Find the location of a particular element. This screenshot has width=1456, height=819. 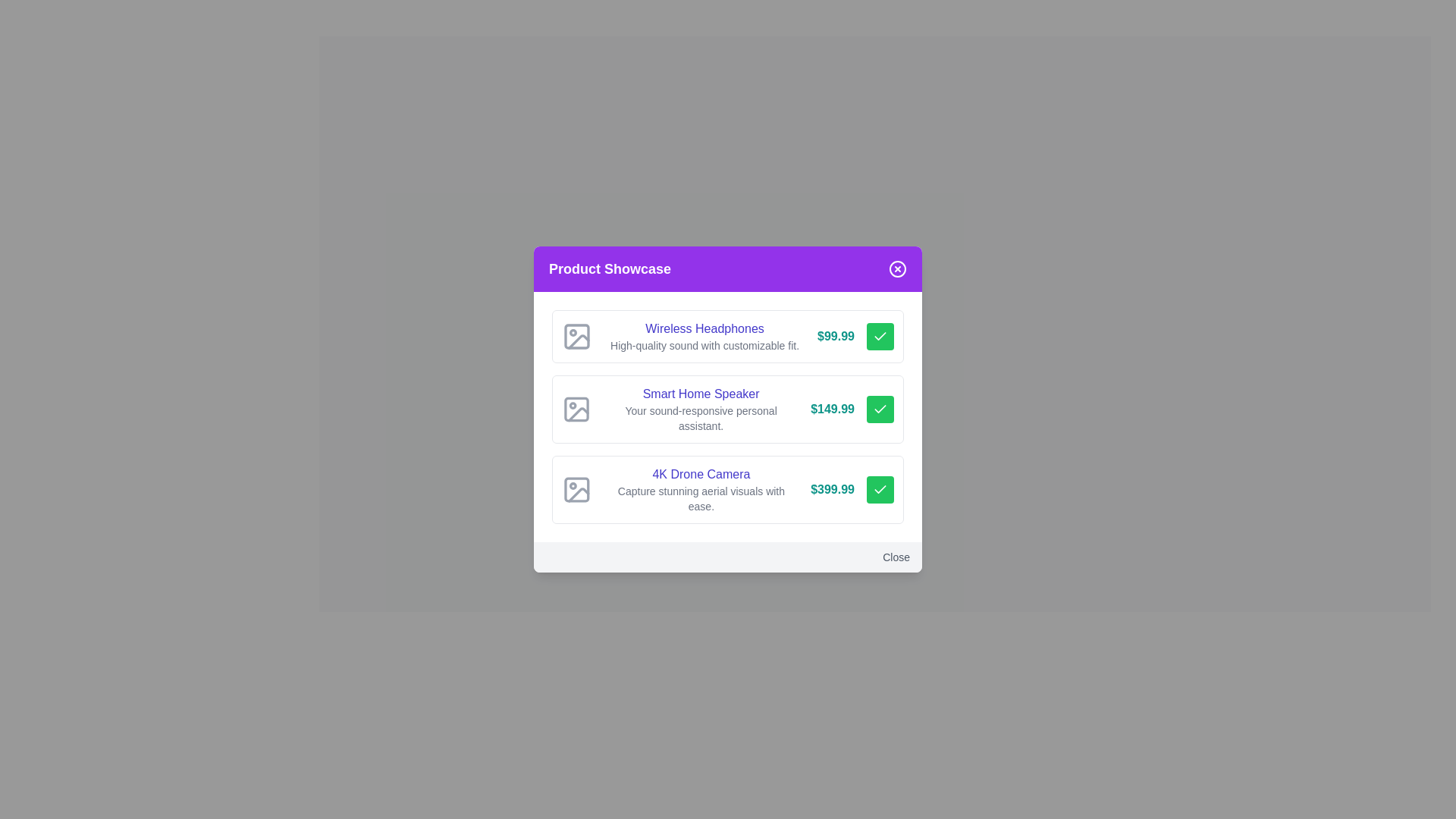

the Text Label displaying the price of the Smart Home Speaker located to the right of its descriptive information is located at coordinates (832, 409).